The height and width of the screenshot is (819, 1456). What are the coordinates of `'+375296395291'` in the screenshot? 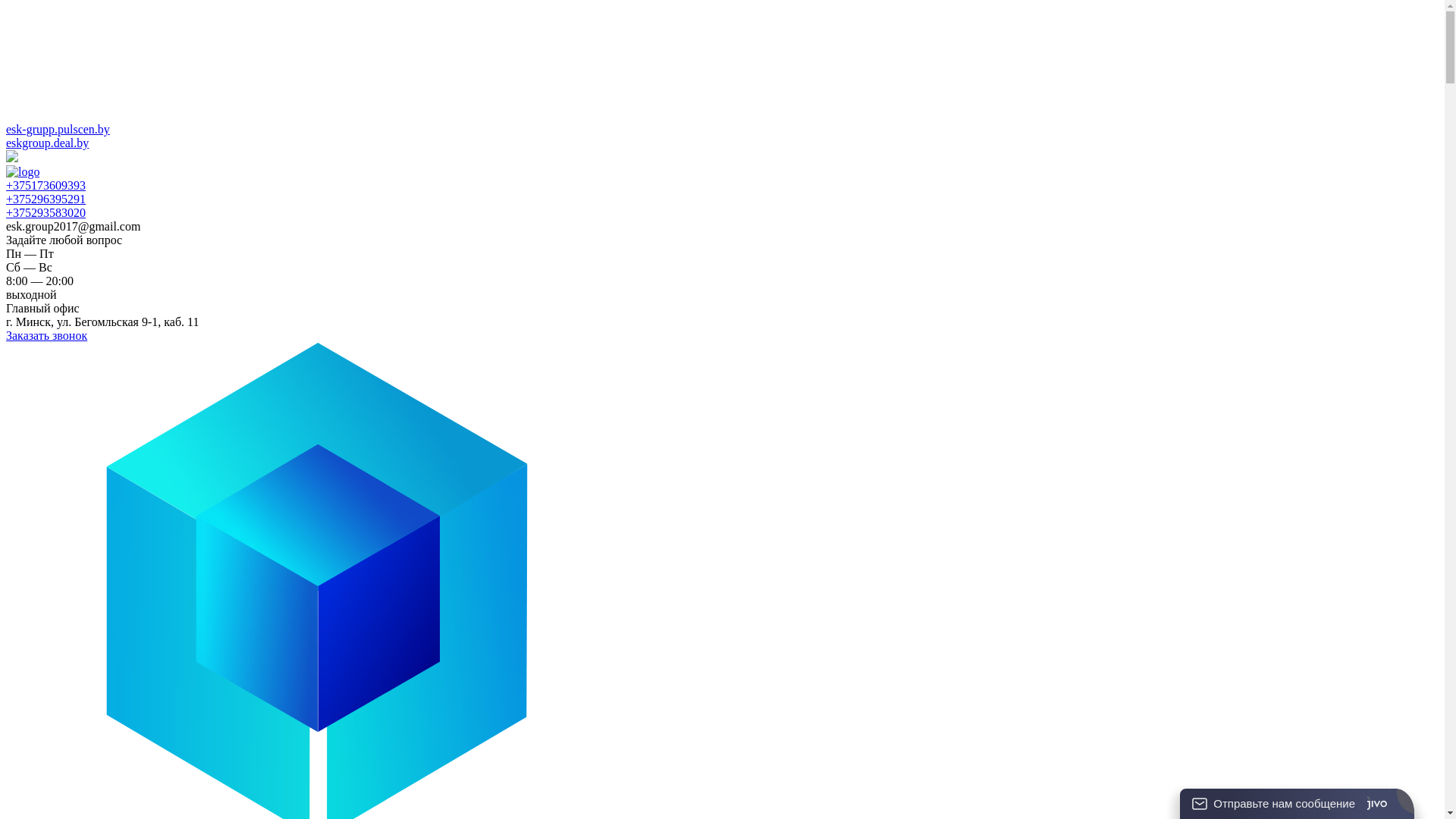 It's located at (45, 198).